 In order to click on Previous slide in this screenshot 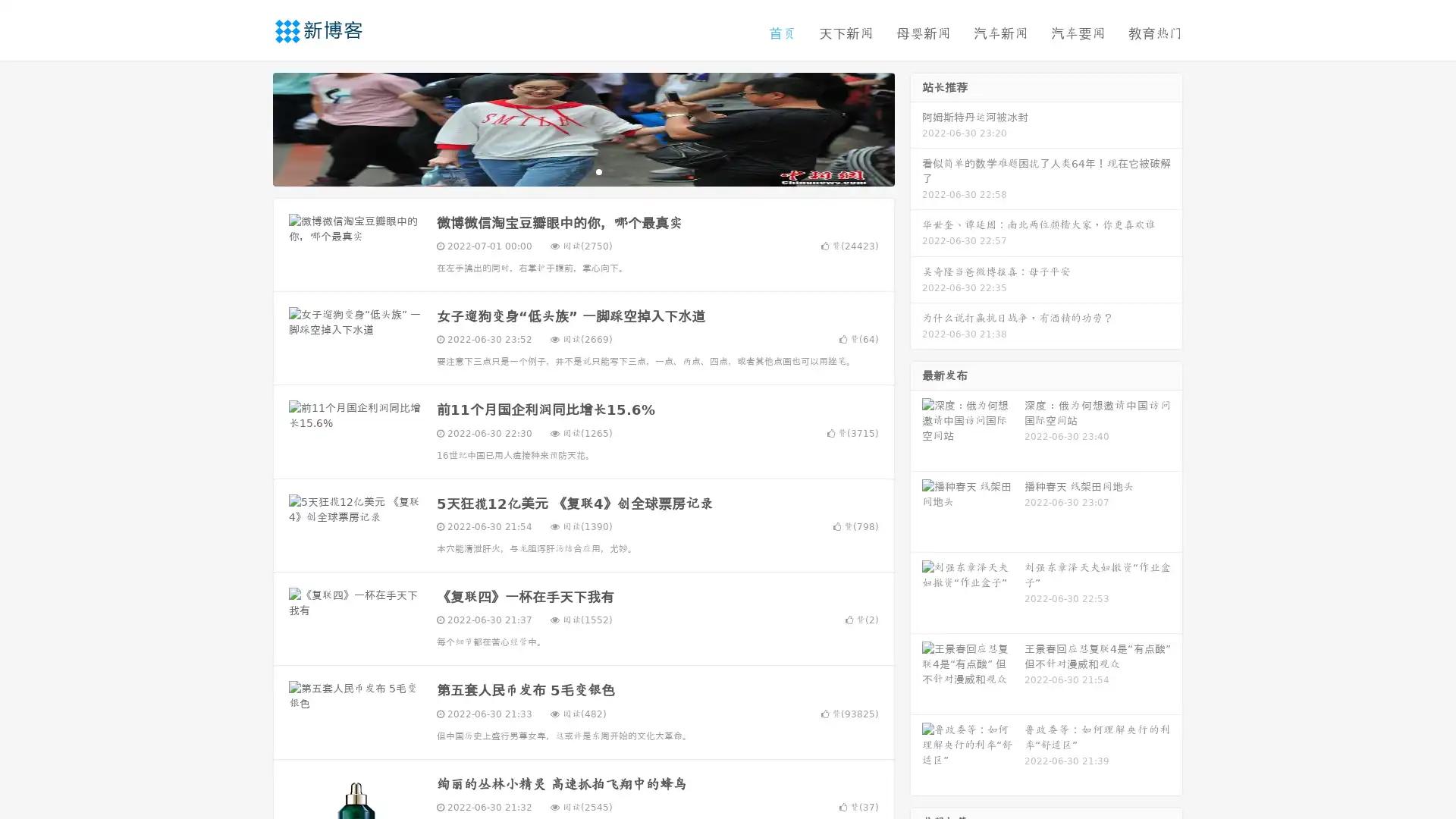, I will do `click(250, 127)`.